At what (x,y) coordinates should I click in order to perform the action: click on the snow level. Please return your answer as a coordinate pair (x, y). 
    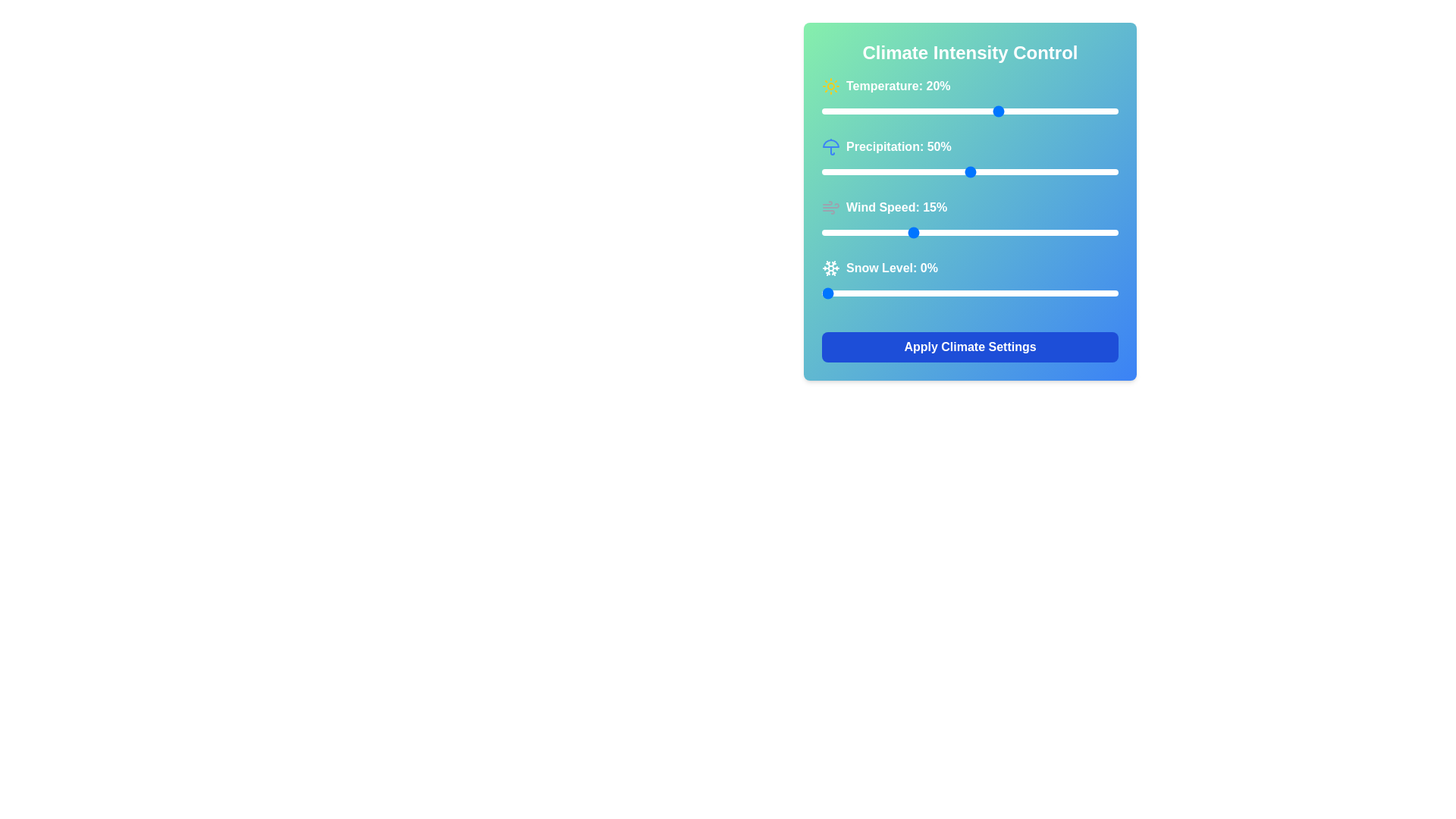
    Looking at the image, I should click on (1061, 293).